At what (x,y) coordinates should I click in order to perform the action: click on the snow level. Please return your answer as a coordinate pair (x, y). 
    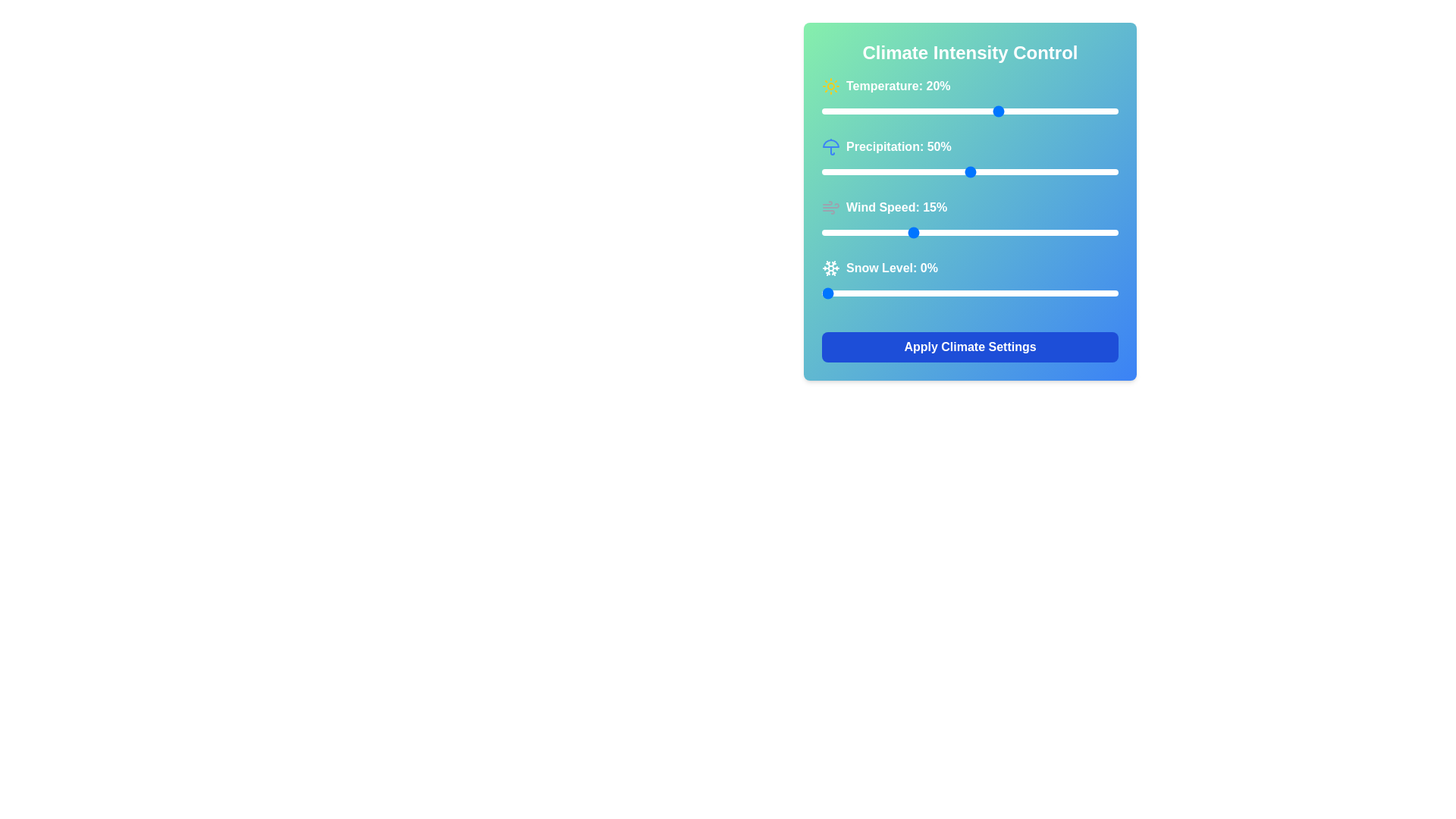
    Looking at the image, I should click on (1061, 293).